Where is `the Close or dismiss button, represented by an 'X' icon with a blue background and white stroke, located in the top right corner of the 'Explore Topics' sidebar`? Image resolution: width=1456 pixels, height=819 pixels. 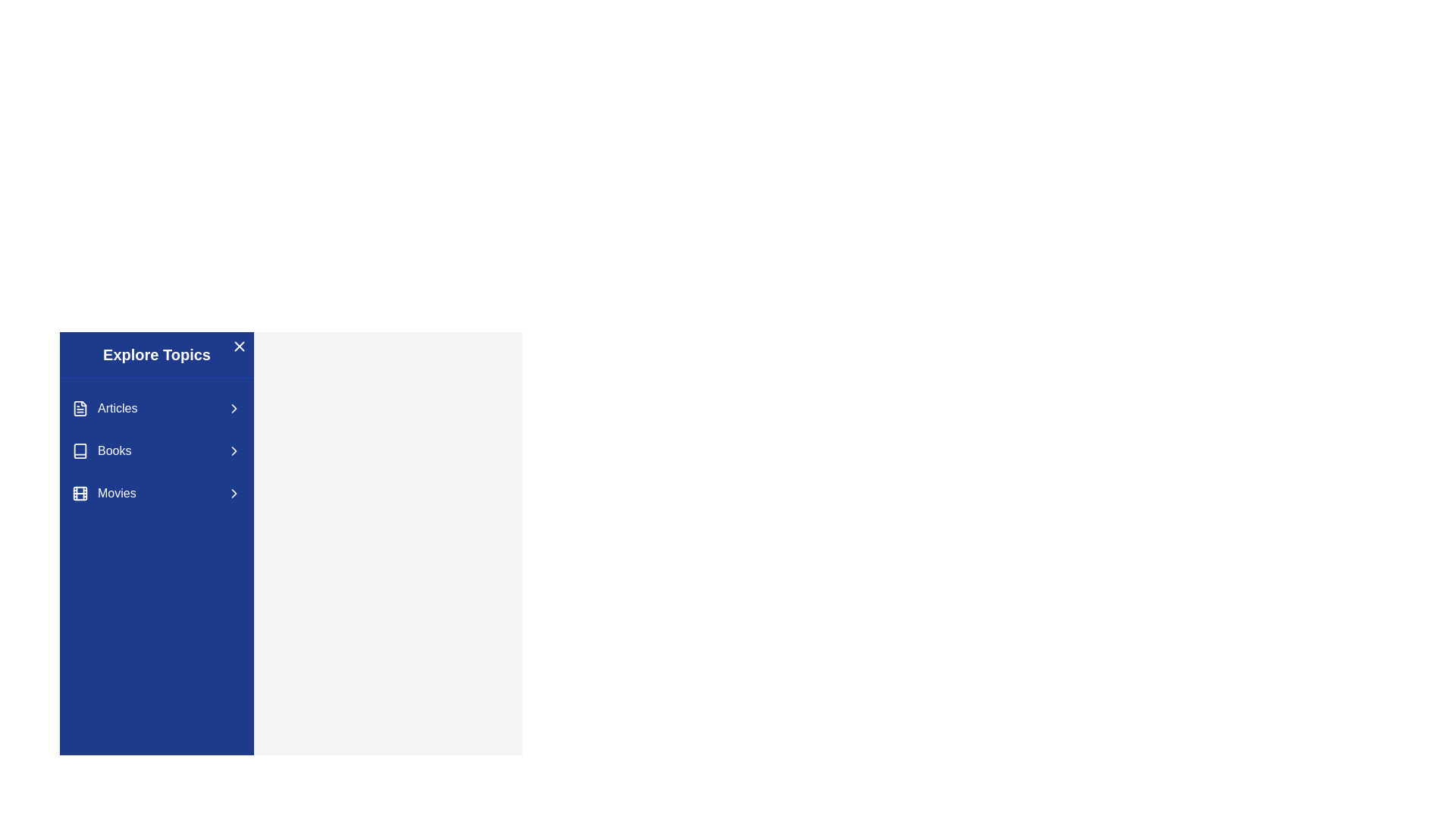
the Close or dismiss button, represented by an 'X' icon with a blue background and white stroke, located in the top right corner of the 'Explore Topics' sidebar is located at coordinates (239, 346).